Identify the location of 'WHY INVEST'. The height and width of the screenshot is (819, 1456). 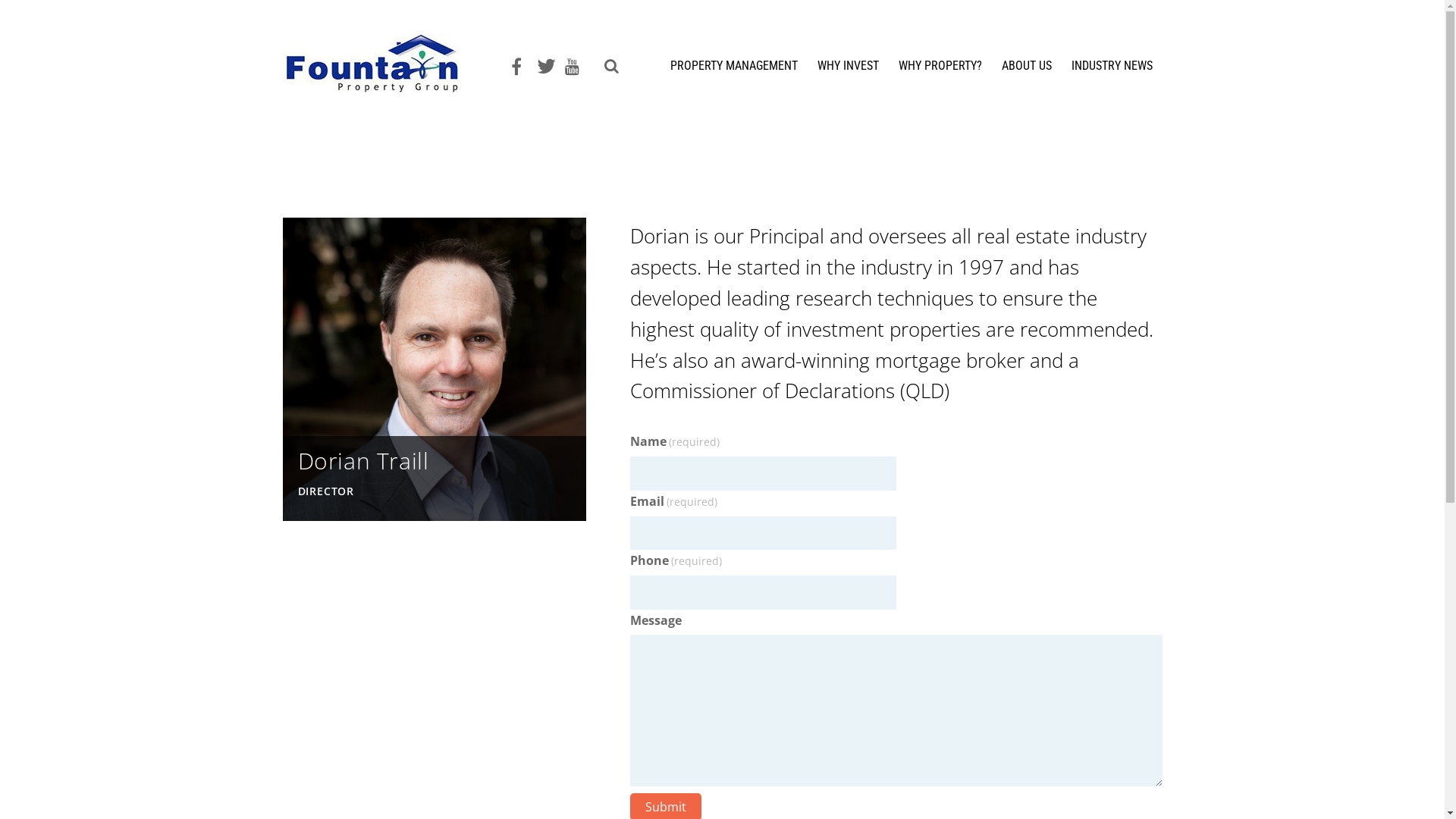
(847, 71).